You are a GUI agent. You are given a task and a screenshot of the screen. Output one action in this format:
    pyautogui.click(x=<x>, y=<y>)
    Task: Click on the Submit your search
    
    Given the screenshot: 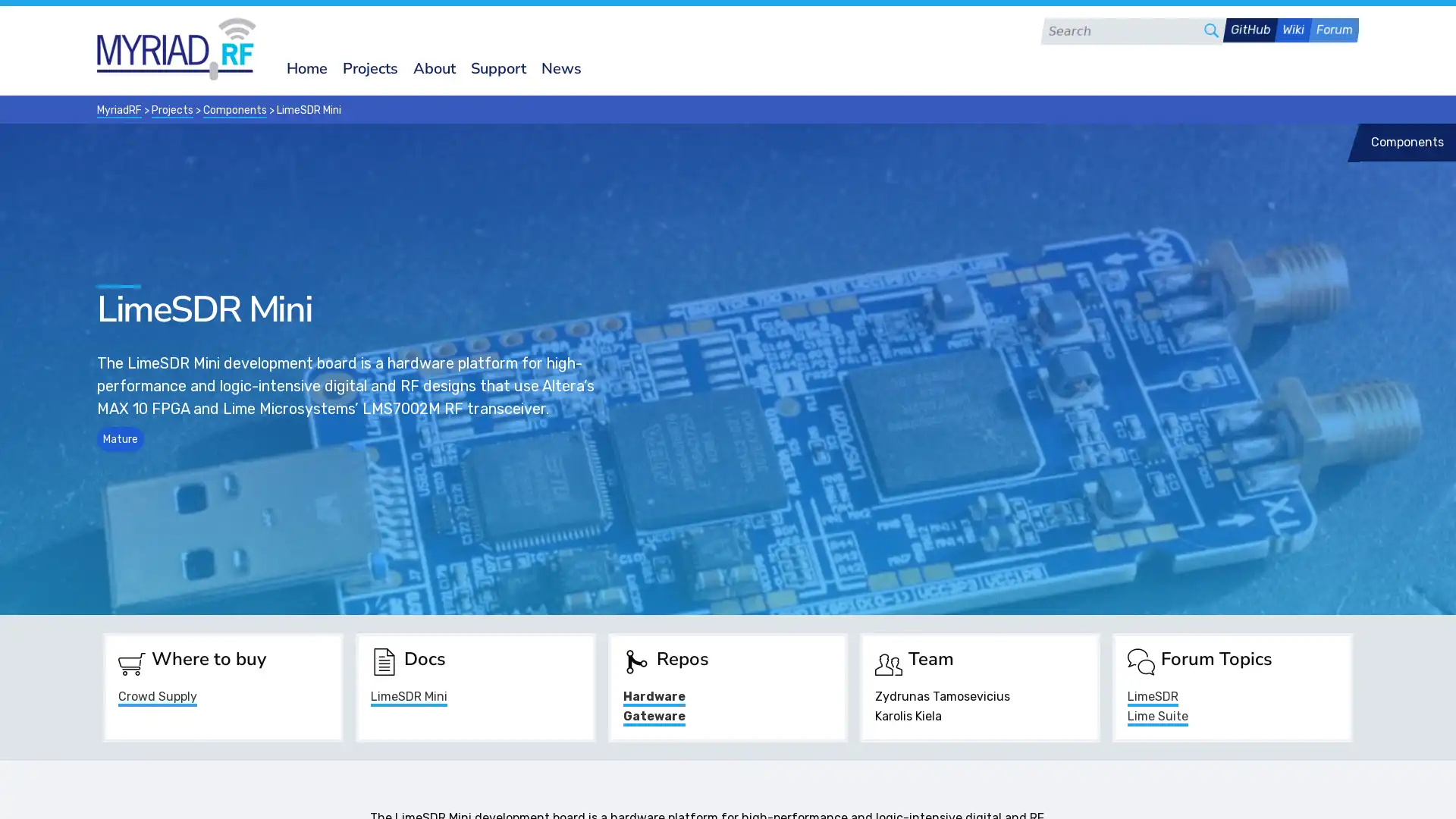 What is the action you would take?
    pyautogui.click(x=1211, y=30)
    